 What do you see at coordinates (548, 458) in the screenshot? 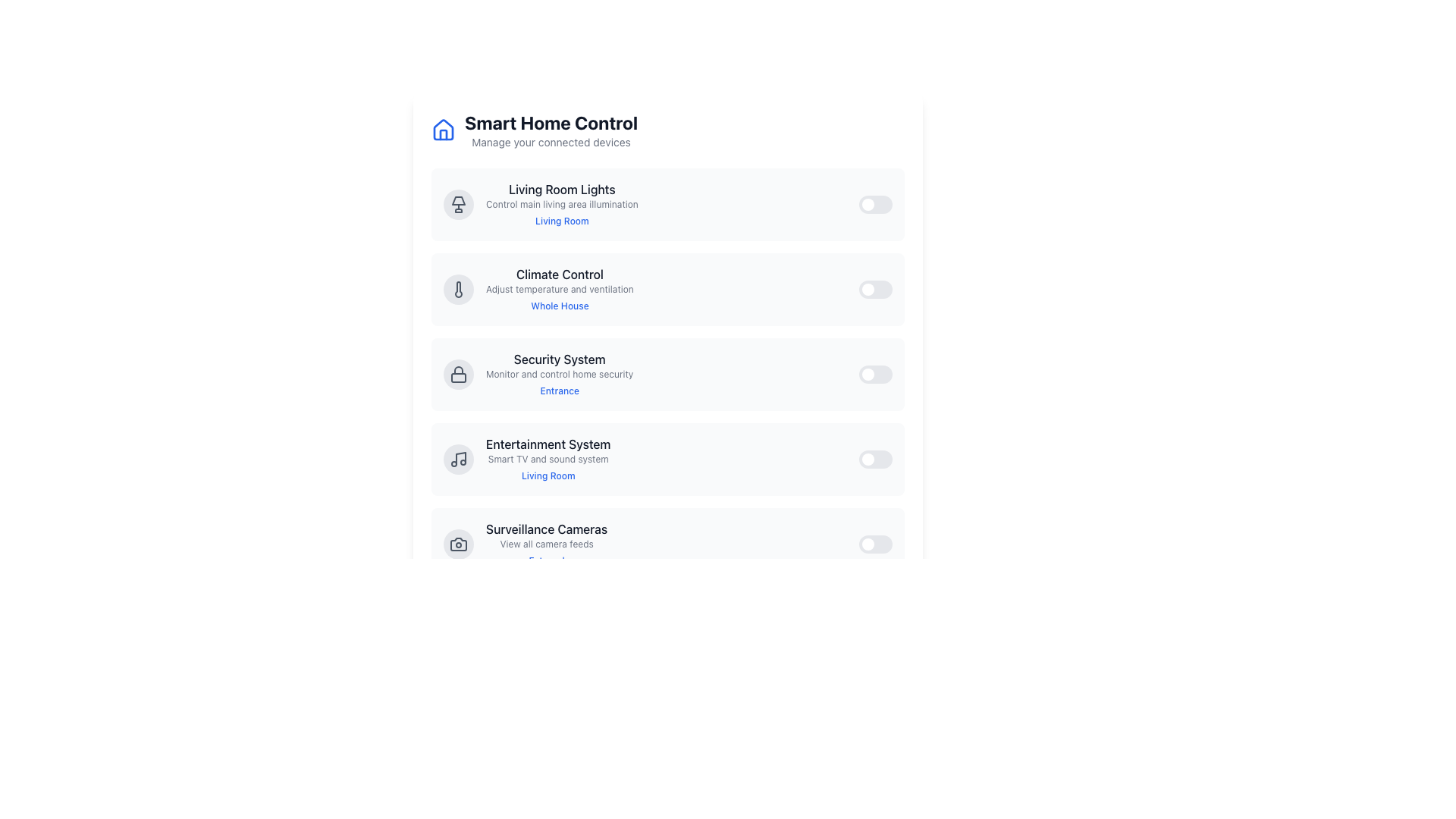
I see `the hyperlink in the 'Entertainment System' informational display component to read the descriptive text for information` at bounding box center [548, 458].